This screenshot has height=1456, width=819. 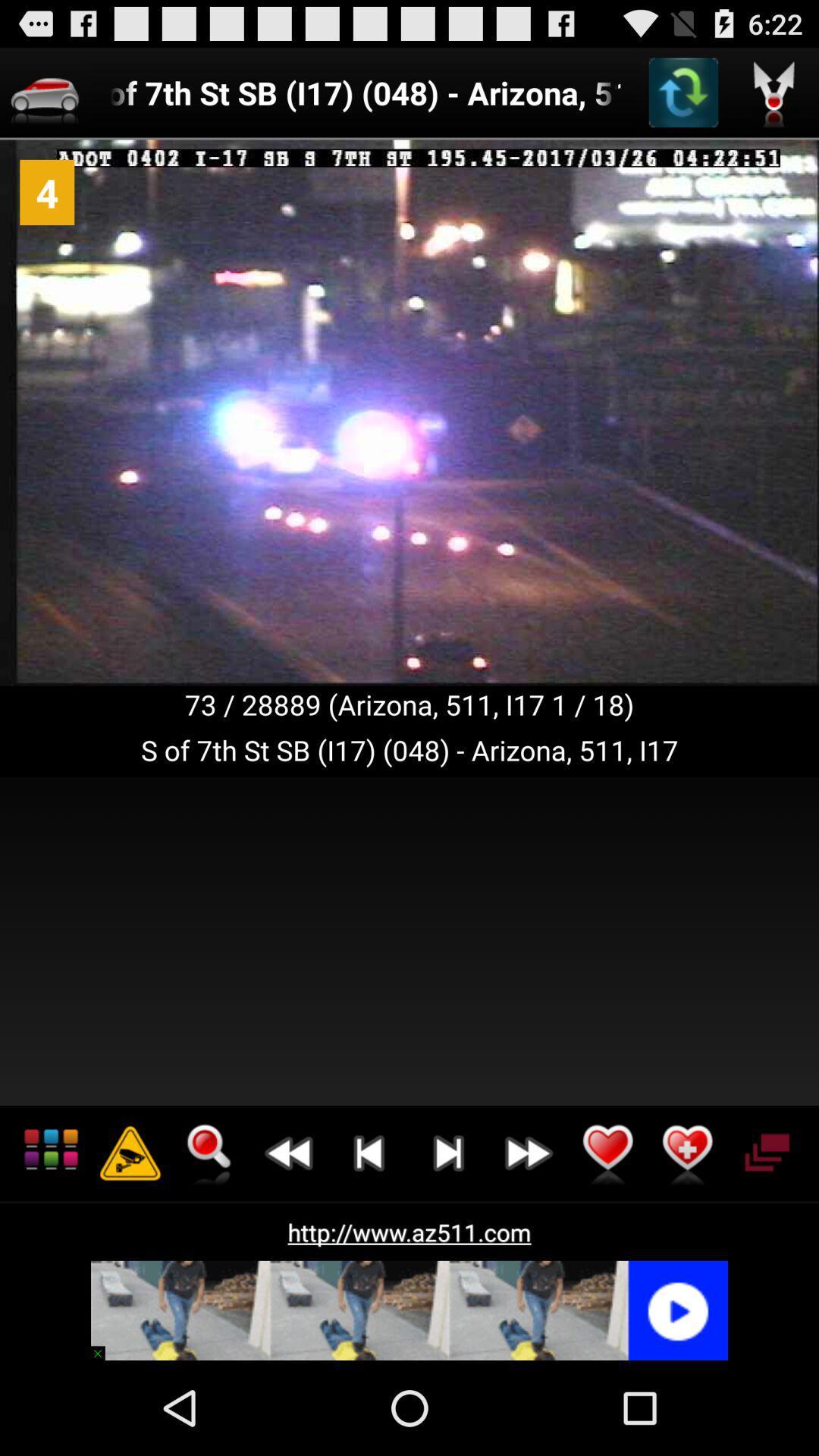 I want to click on the av_forward icon, so click(x=527, y=1234).